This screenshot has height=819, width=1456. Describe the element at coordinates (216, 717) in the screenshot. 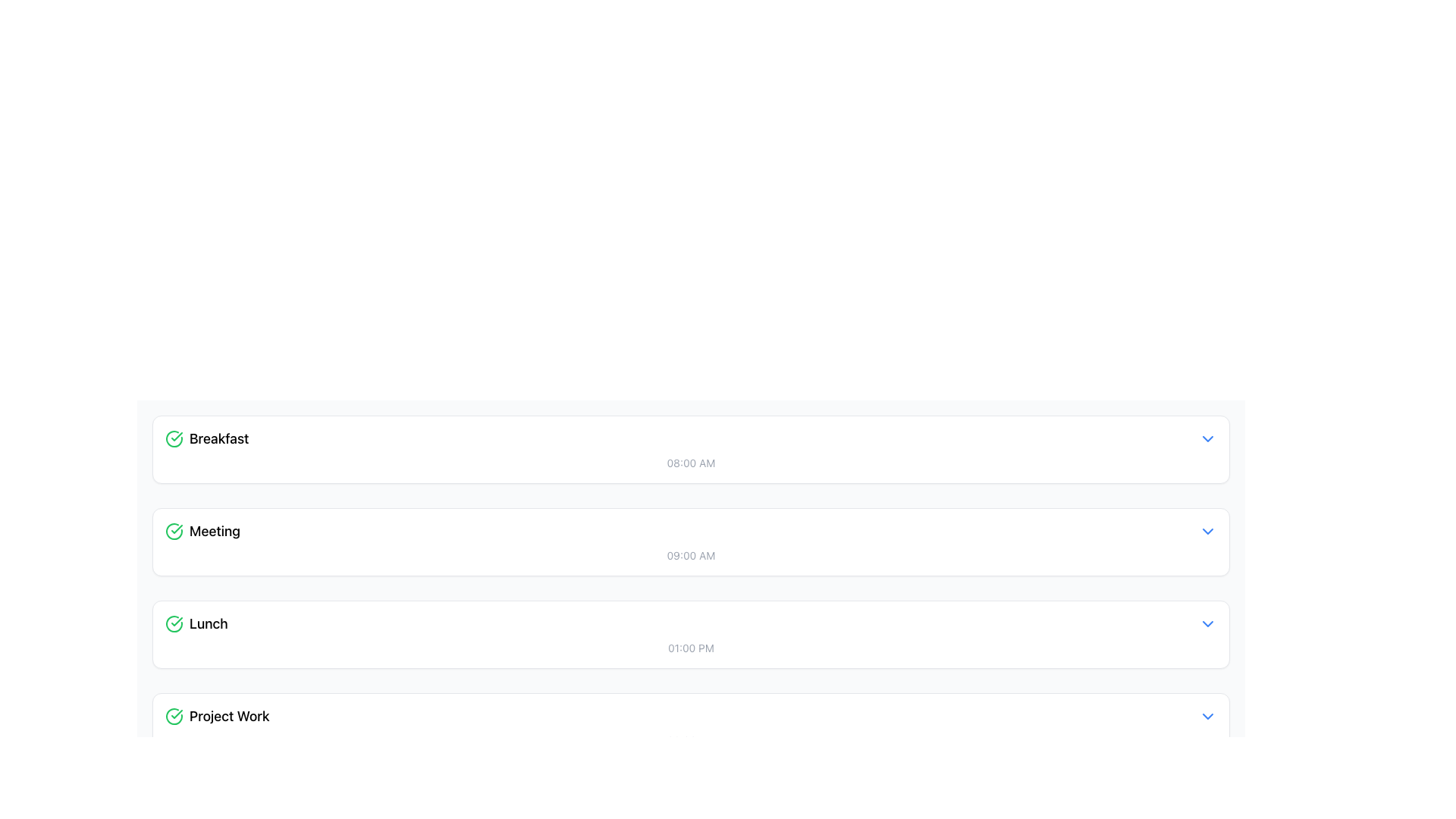

I see `text displaying information about 'Project Work' located at the bottom of a list of completed tasks, indicated by a green check icon on the left` at that location.